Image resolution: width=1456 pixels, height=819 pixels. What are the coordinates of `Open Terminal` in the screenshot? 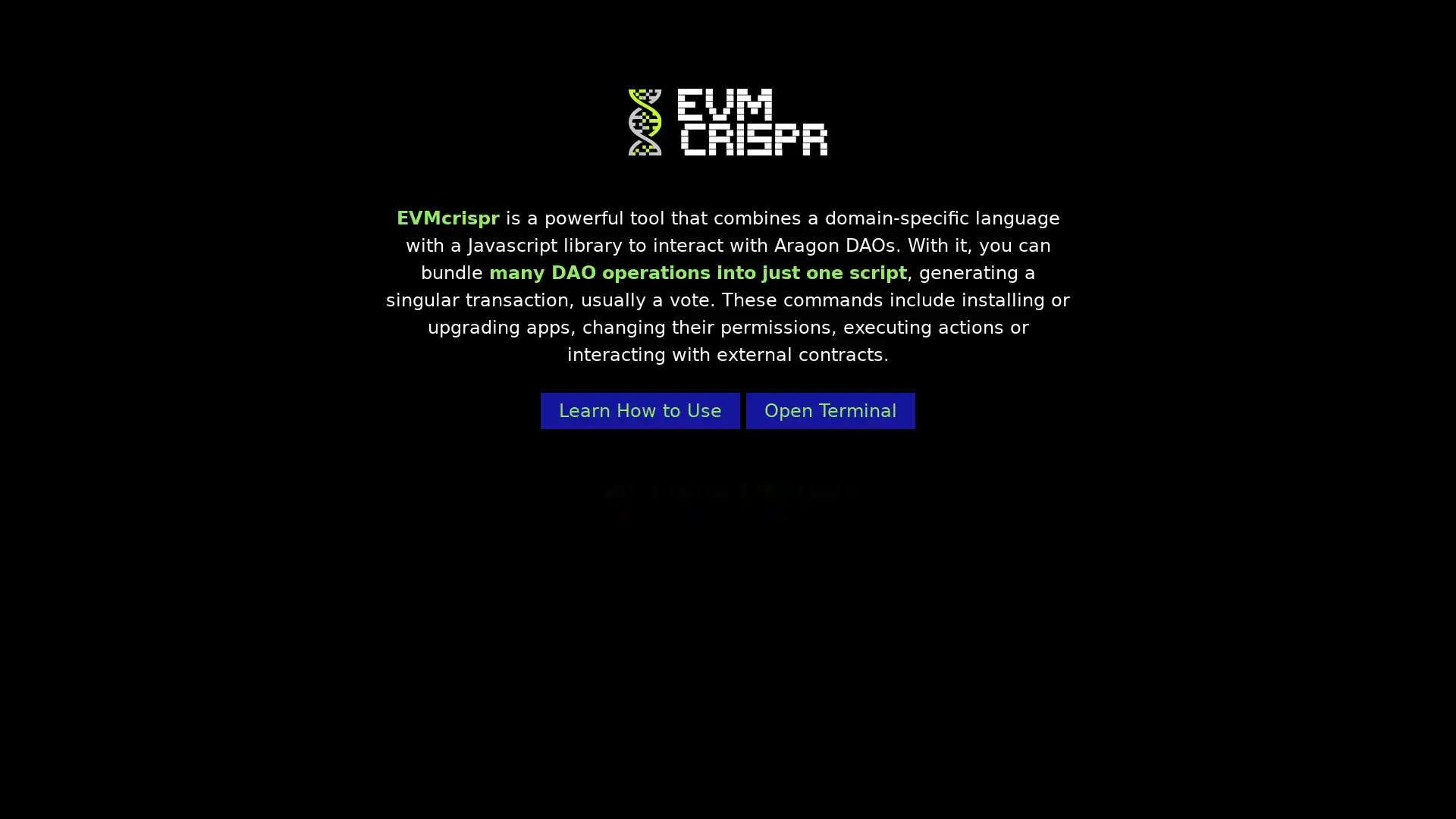 It's located at (830, 411).